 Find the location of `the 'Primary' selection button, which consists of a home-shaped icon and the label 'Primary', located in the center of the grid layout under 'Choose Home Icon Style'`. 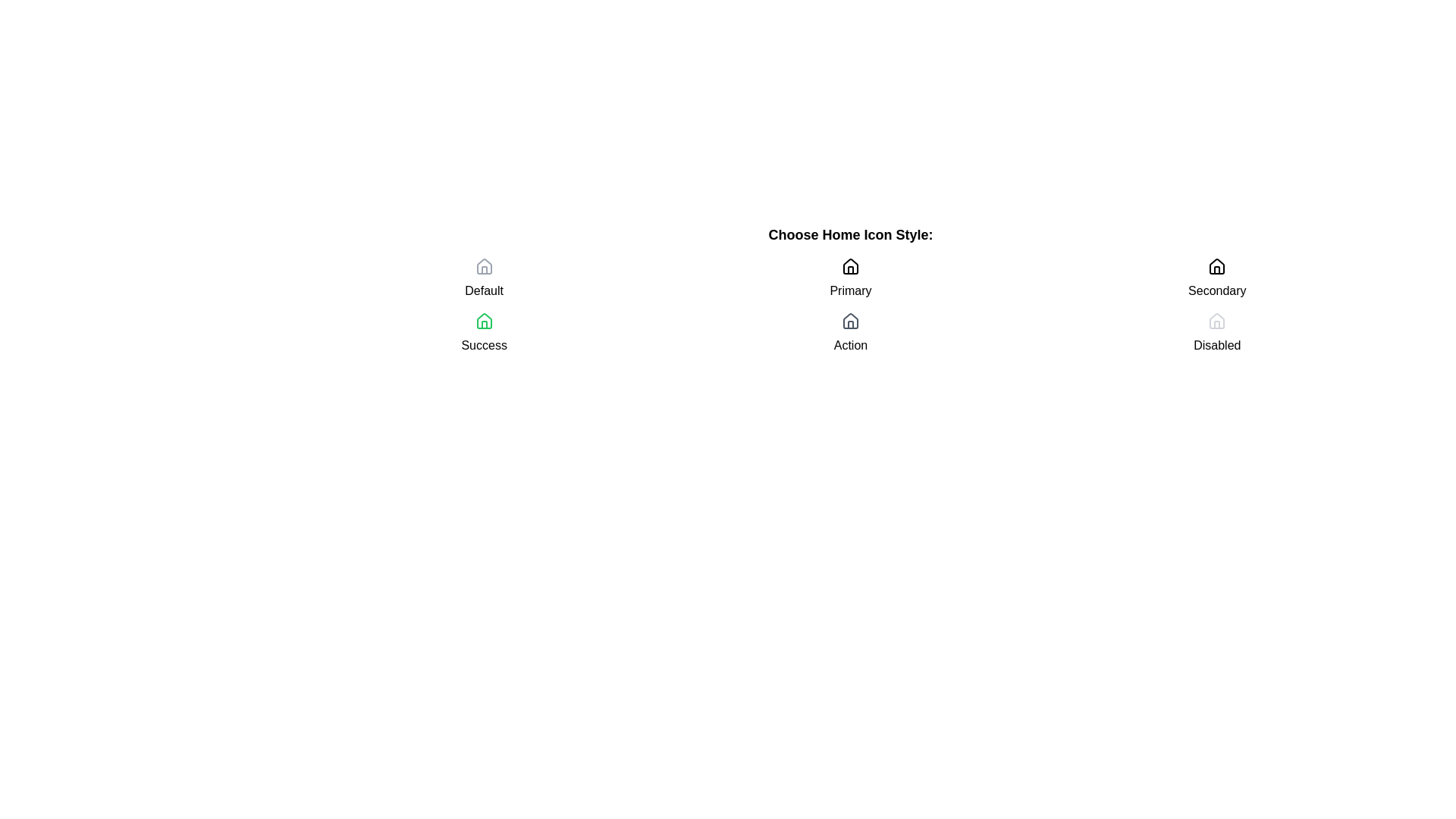

the 'Primary' selection button, which consists of a home-shaped icon and the label 'Primary', located in the center of the grid layout under 'Choose Home Icon Style' is located at coordinates (851, 278).